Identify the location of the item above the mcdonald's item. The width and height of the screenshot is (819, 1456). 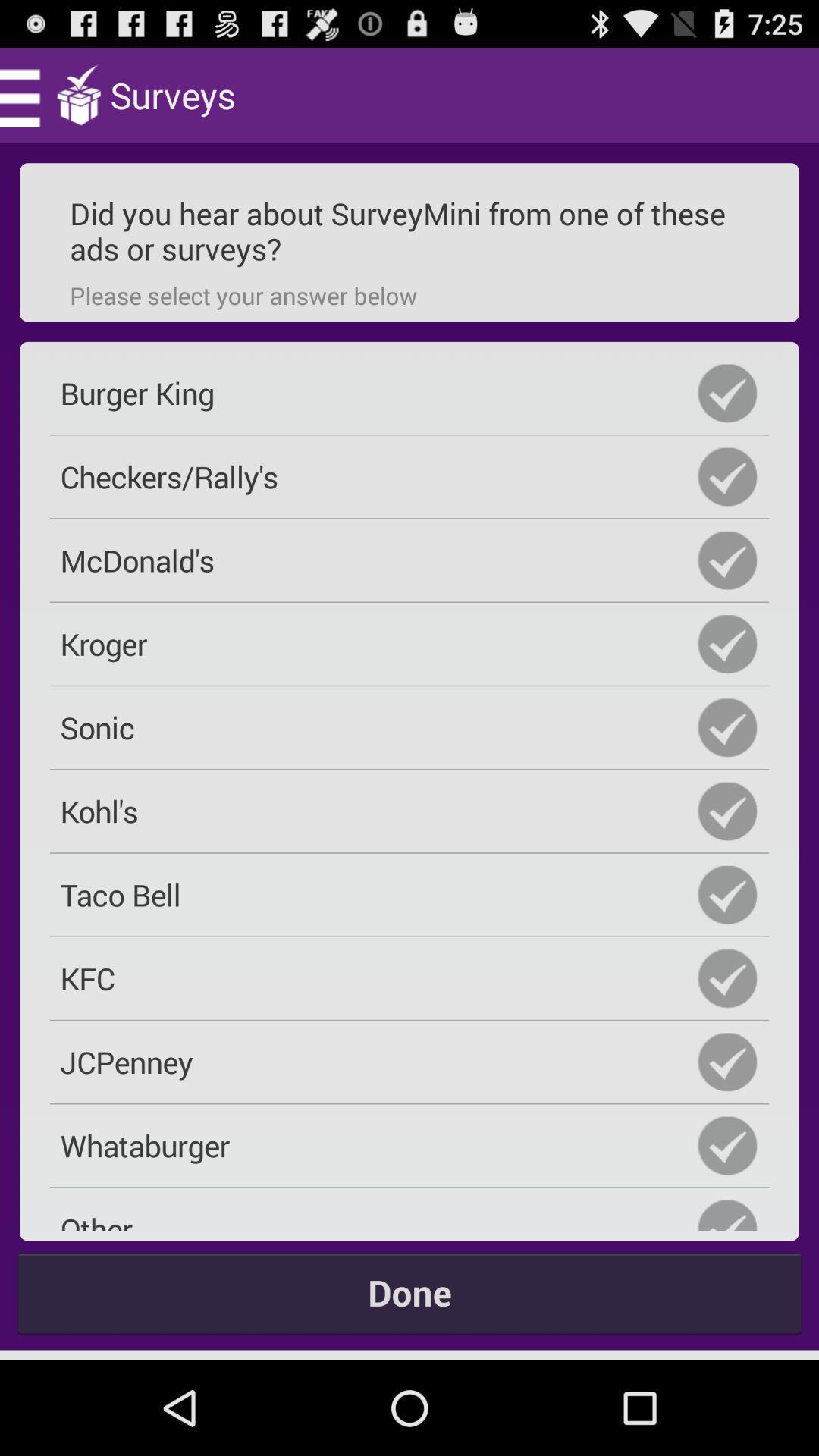
(409, 475).